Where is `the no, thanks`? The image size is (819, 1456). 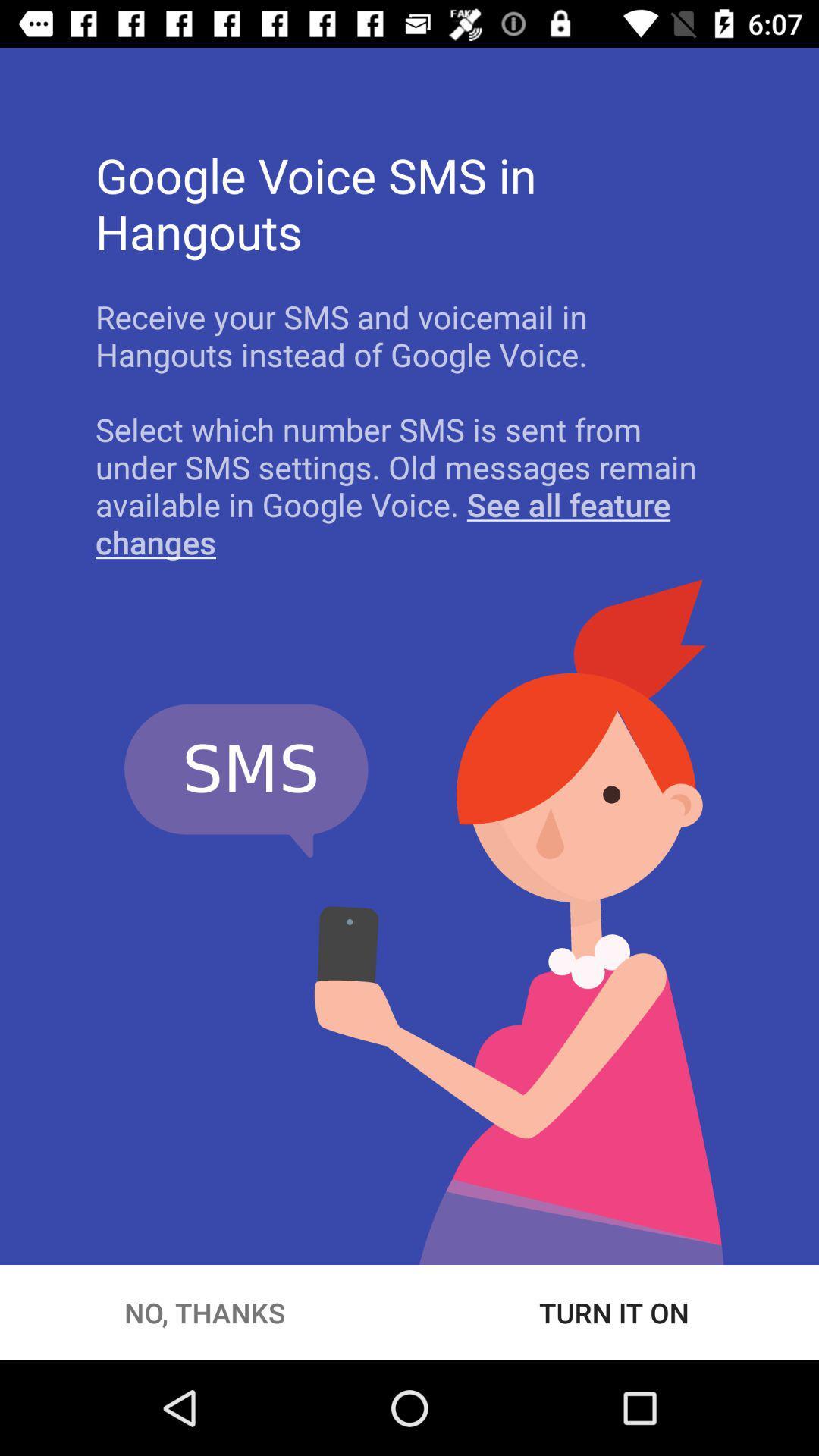
the no, thanks is located at coordinates (205, 1312).